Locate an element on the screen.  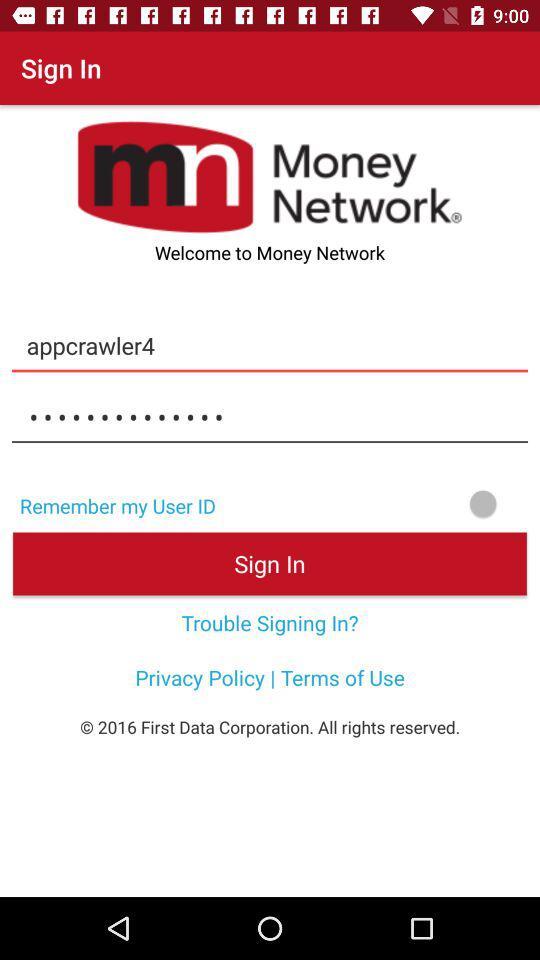
the item above the remember my user icon is located at coordinates (270, 416).